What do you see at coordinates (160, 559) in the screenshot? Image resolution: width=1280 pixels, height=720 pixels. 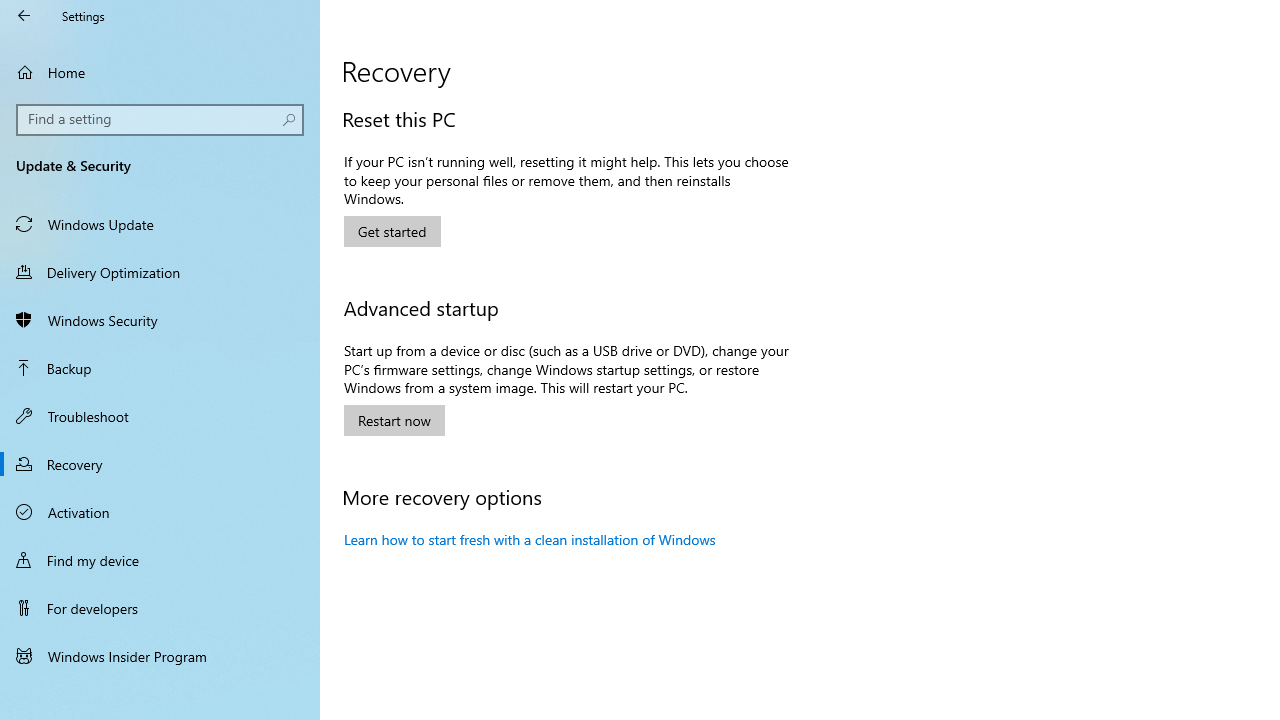 I see `'Find my device'` at bounding box center [160, 559].